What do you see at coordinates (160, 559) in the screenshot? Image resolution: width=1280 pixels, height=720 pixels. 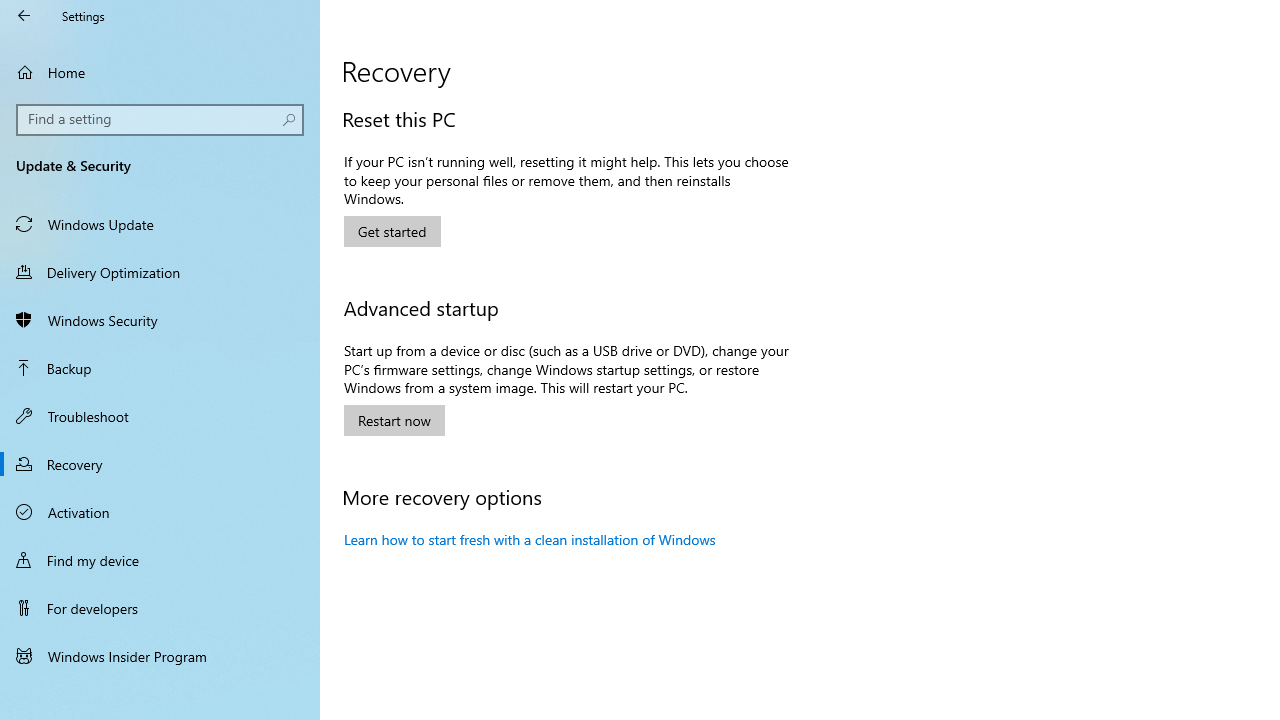 I see `'Find my device'` at bounding box center [160, 559].